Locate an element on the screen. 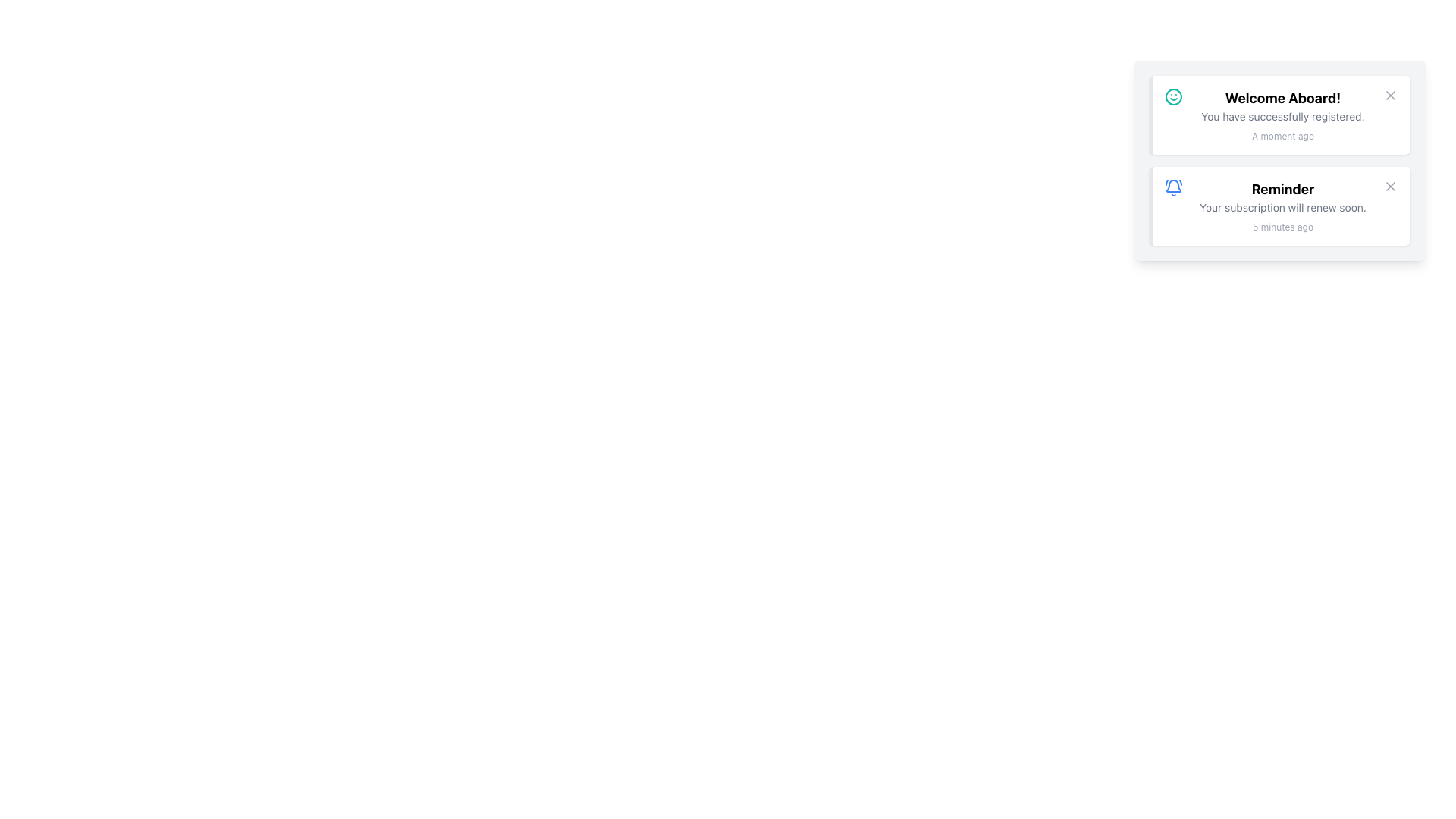 The width and height of the screenshot is (1456, 819). the Icon Button located at the top-right corner of the 'Welcome Aboard!' notification is located at coordinates (1390, 96).